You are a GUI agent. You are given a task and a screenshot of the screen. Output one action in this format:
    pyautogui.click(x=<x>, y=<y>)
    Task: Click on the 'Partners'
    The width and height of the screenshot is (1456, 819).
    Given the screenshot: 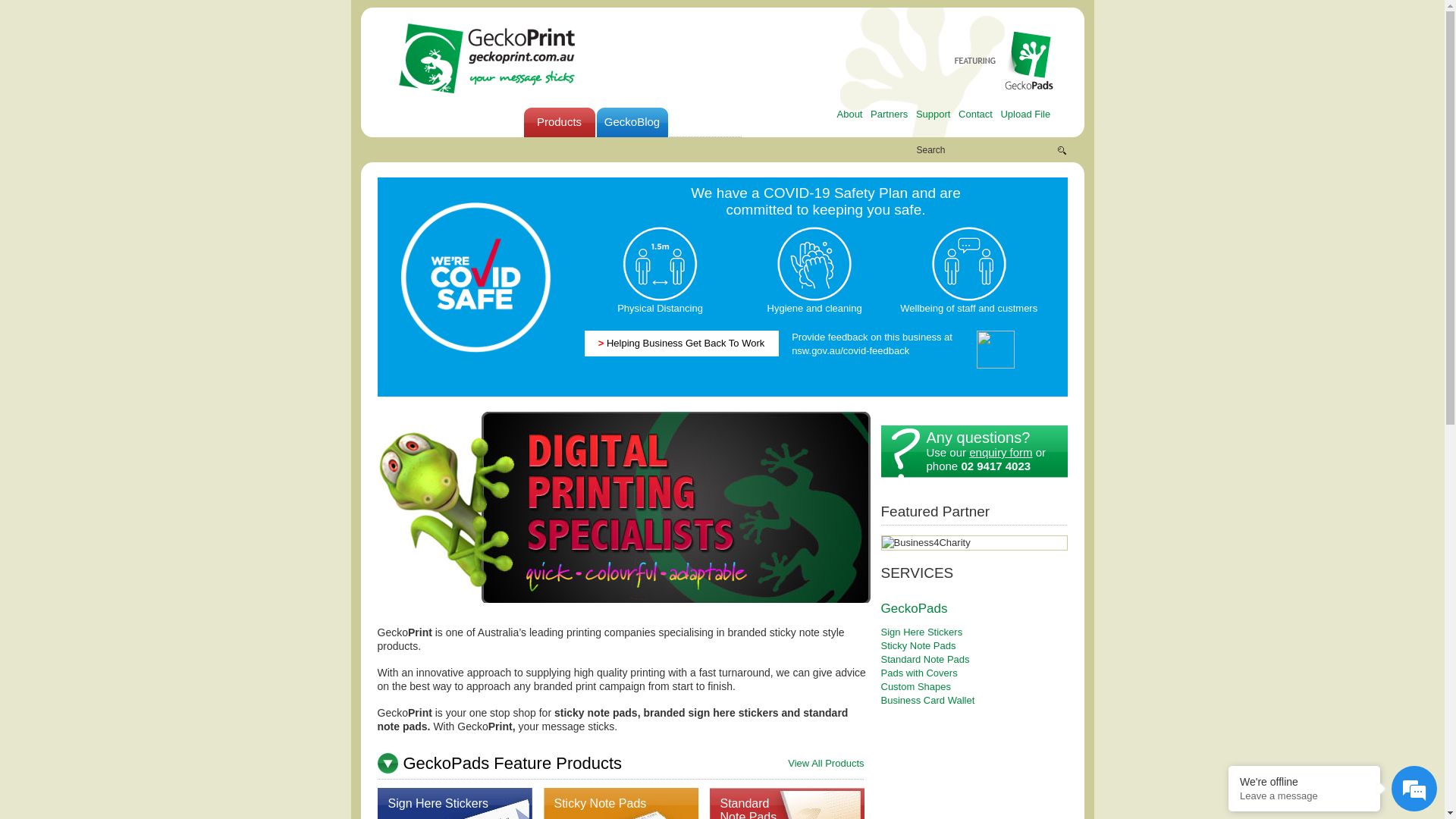 What is the action you would take?
    pyautogui.click(x=889, y=113)
    